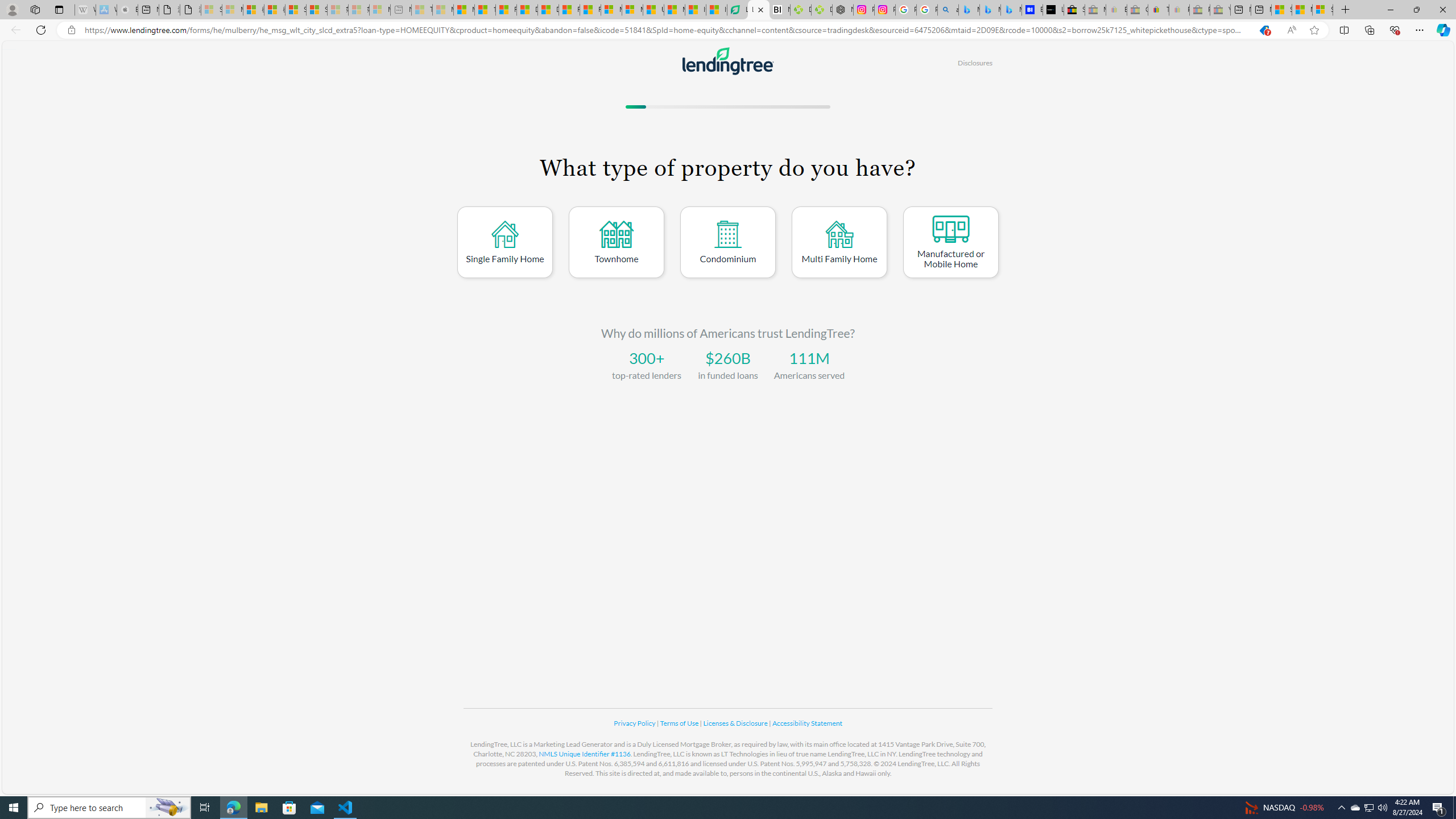 The width and height of the screenshot is (1456, 819). I want to click on 'alabama high school quarterback dies - Search', so click(948, 9).